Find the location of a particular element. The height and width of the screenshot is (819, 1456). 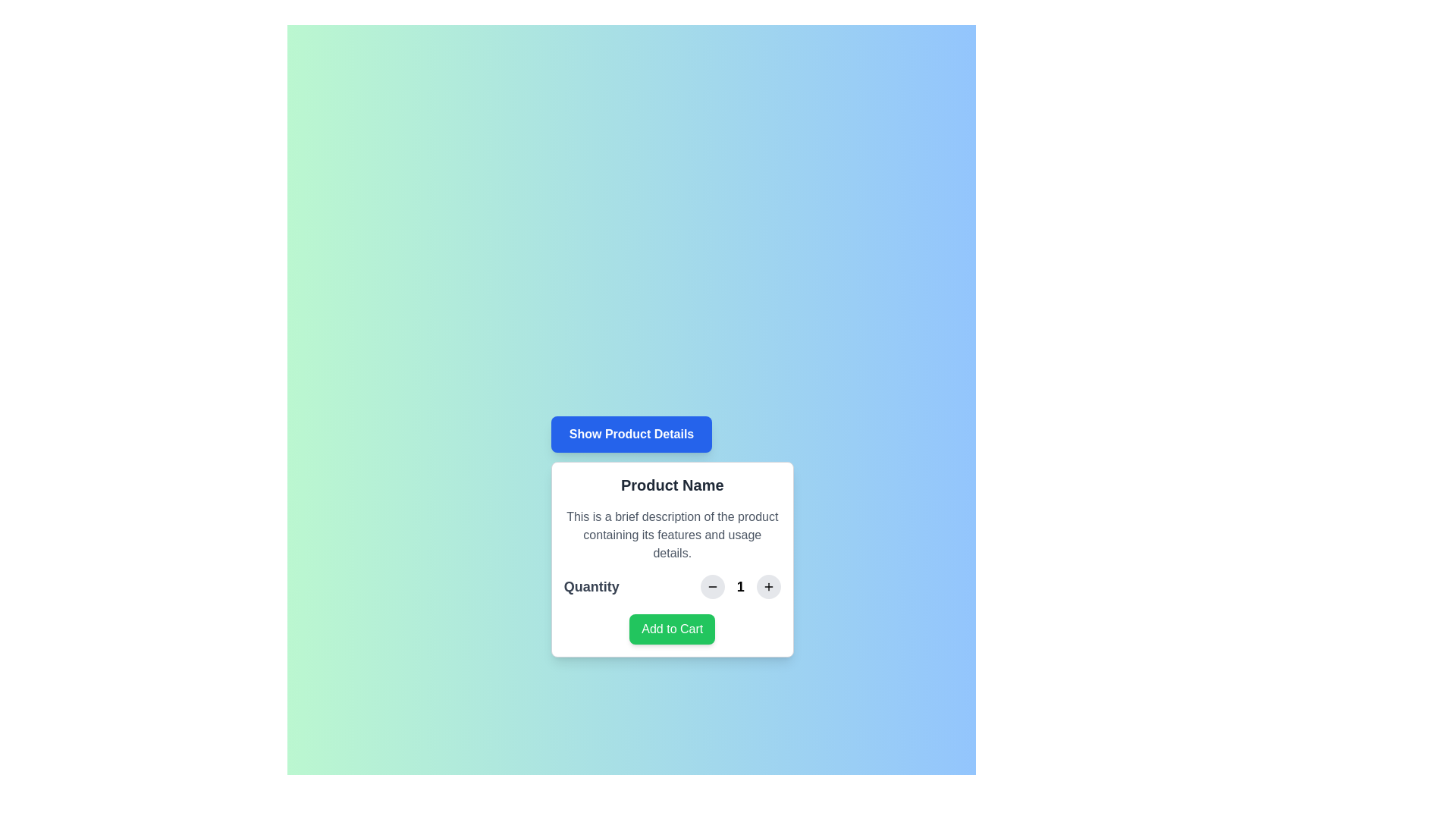

the button that increases the quantity of a product in the cart, located to the right of the quantity input field in the 'Quantity' section of the product purchase card is located at coordinates (768, 586).